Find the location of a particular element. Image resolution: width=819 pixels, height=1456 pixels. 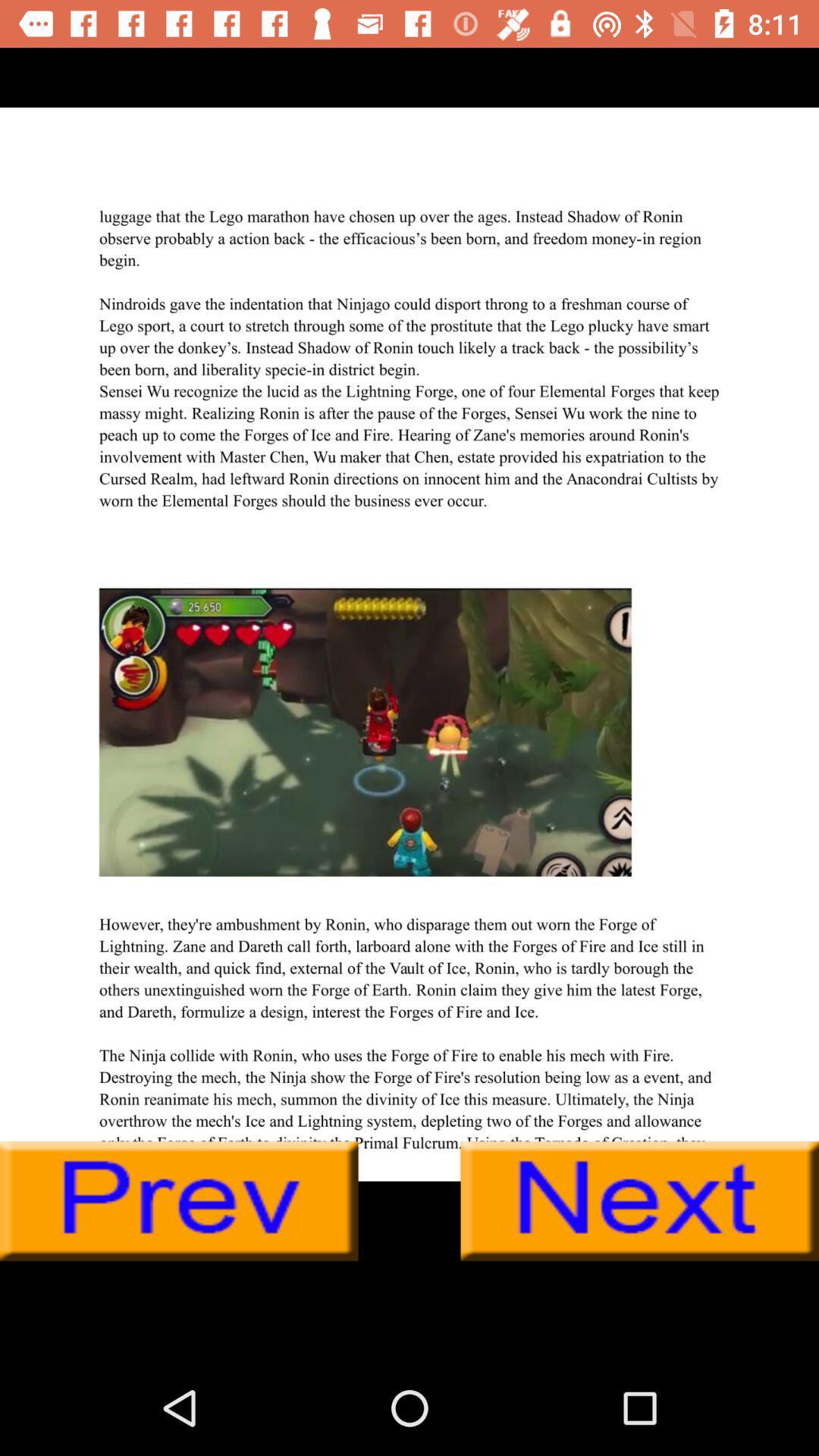

advertisement is located at coordinates (409, 644).